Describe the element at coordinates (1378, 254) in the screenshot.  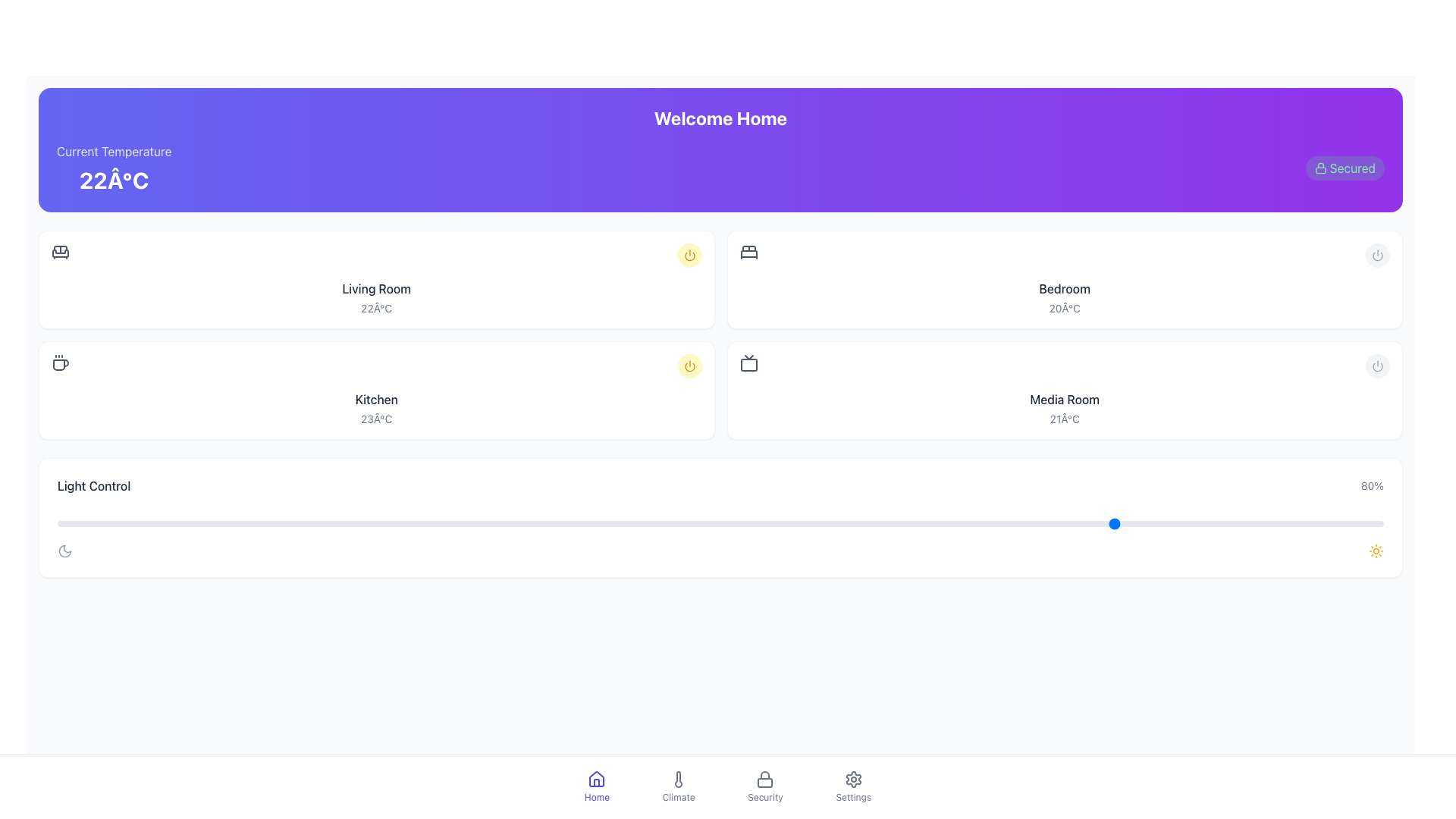
I see `the circular power button with a gray background and power icon located` at that location.